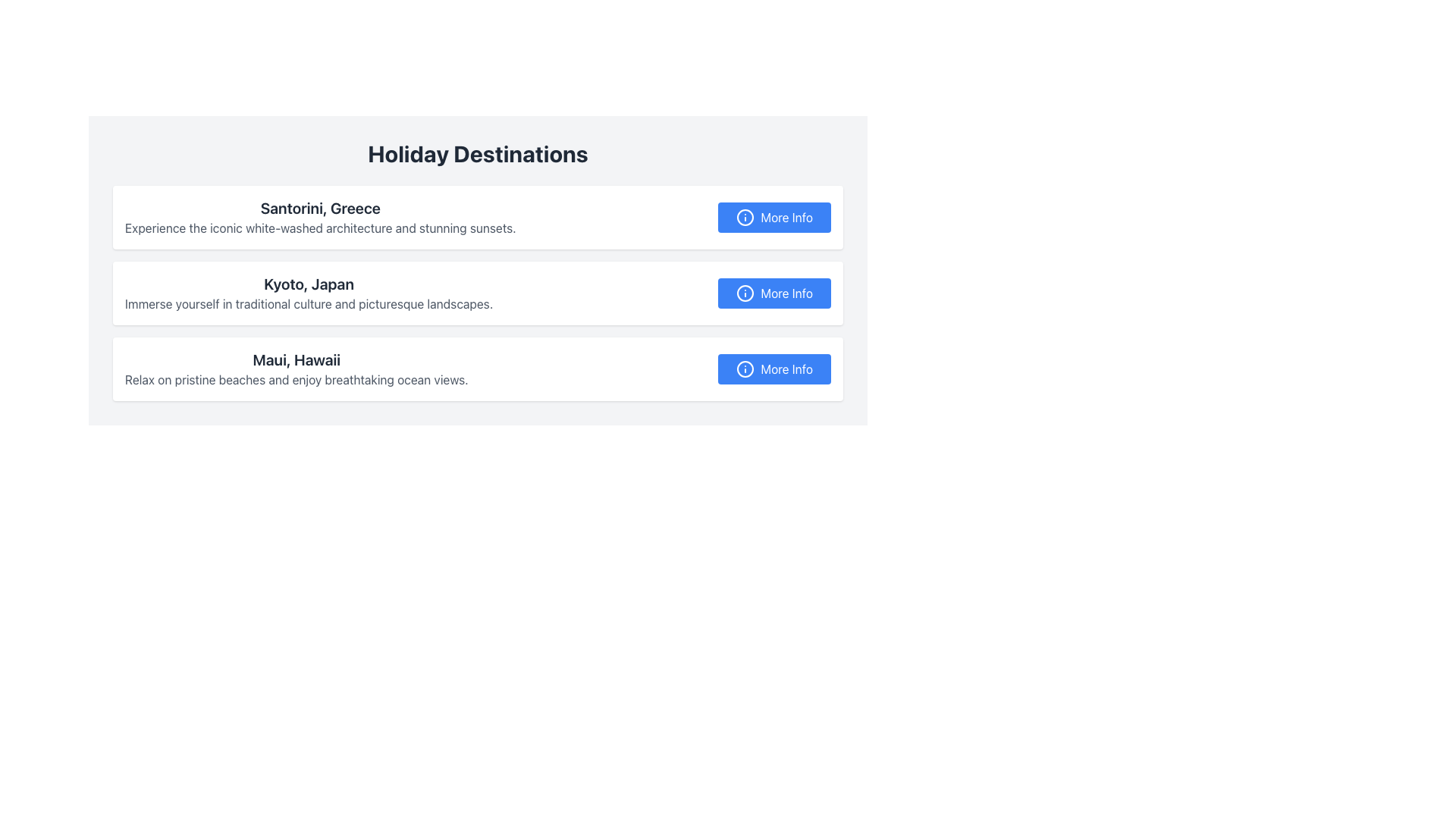  Describe the element at coordinates (745, 217) in the screenshot. I see `the 'More Info' icon associated with the first list item for 'Santorini, Greece'` at that location.